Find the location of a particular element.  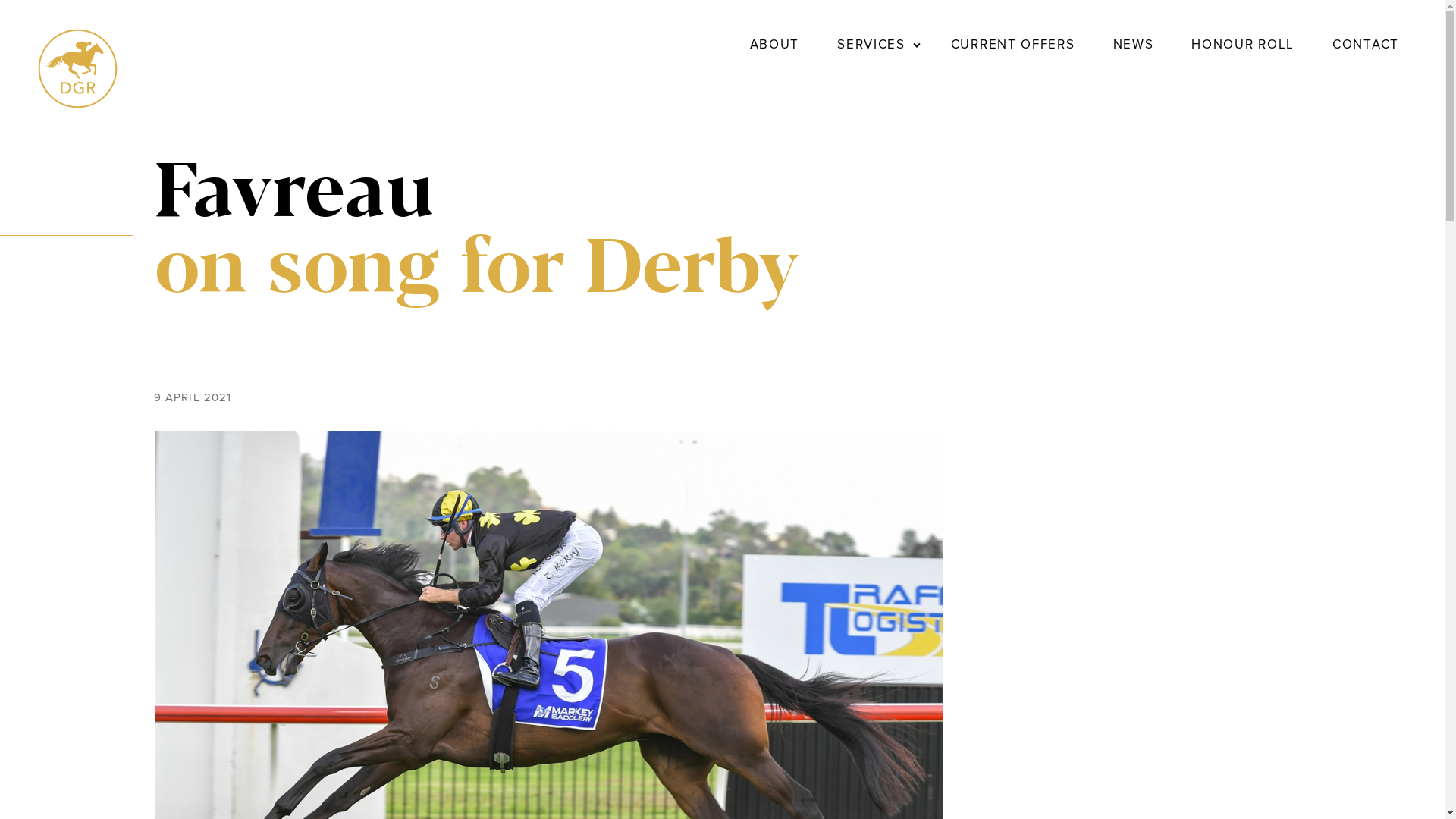

'ABOUT' is located at coordinates (775, 43).